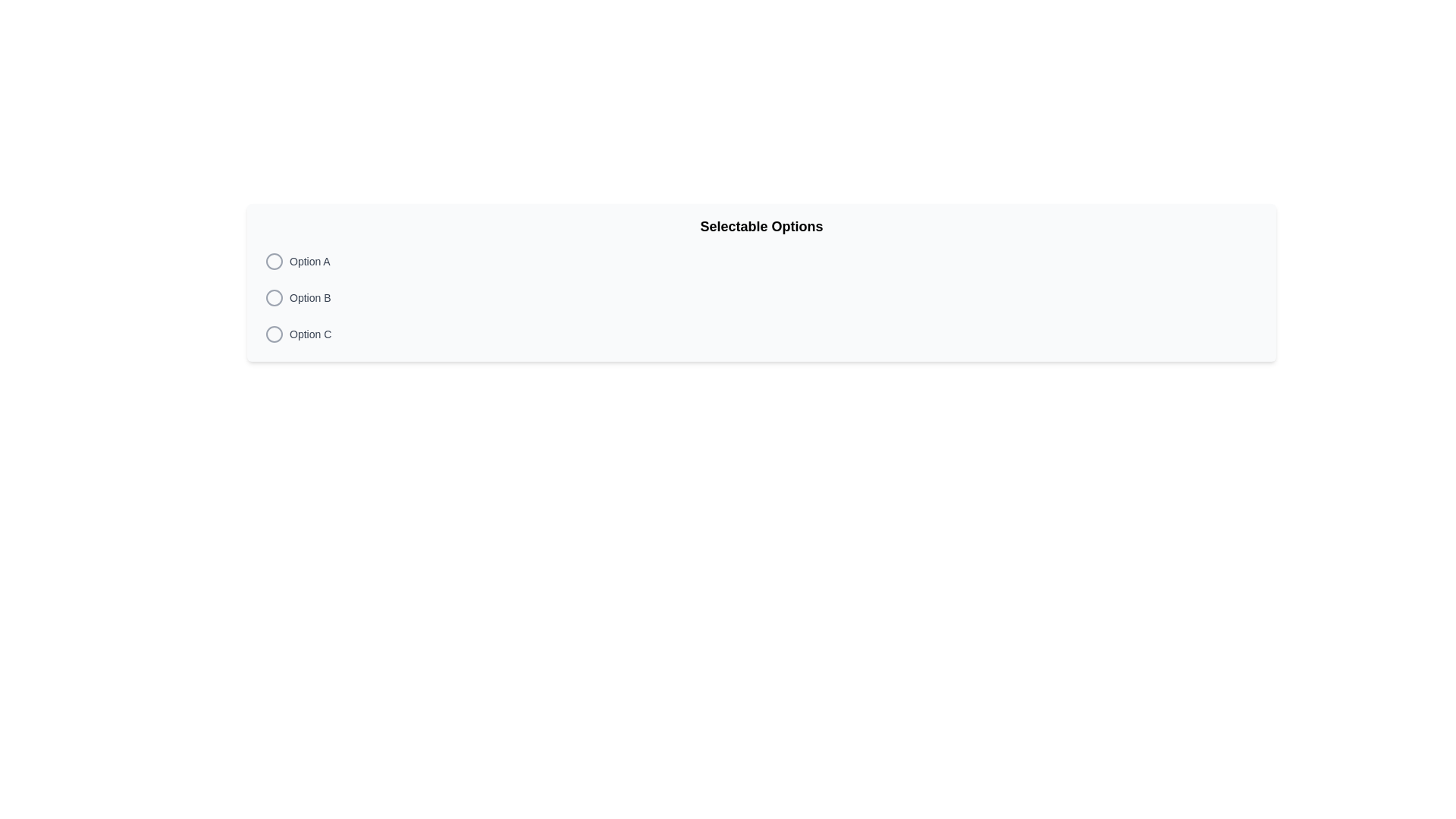 The height and width of the screenshot is (819, 1456). What do you see at coordinates (274, 333) in the screenshot?
I see `the radio button-like indicator located inside the third option in a vertical list of choices, positioned below 'Option B'` at bounding box center [274, 333].